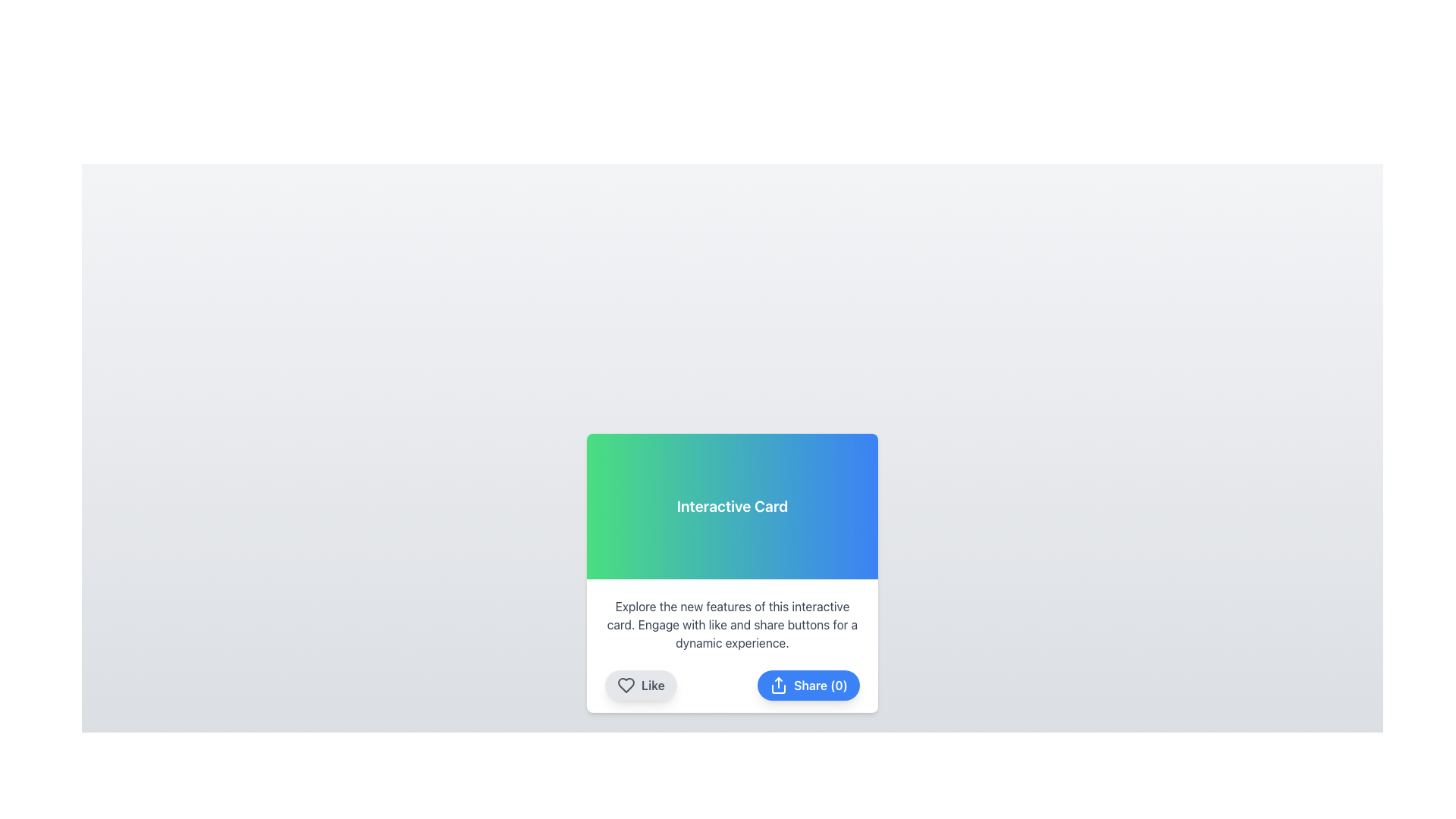 This screenshot has width=1456, height=819. I want to click on the upward-pointing arrow icon with a blue background, located inside the 'Share (0)' button in the lower right corner, so click(779, 685).